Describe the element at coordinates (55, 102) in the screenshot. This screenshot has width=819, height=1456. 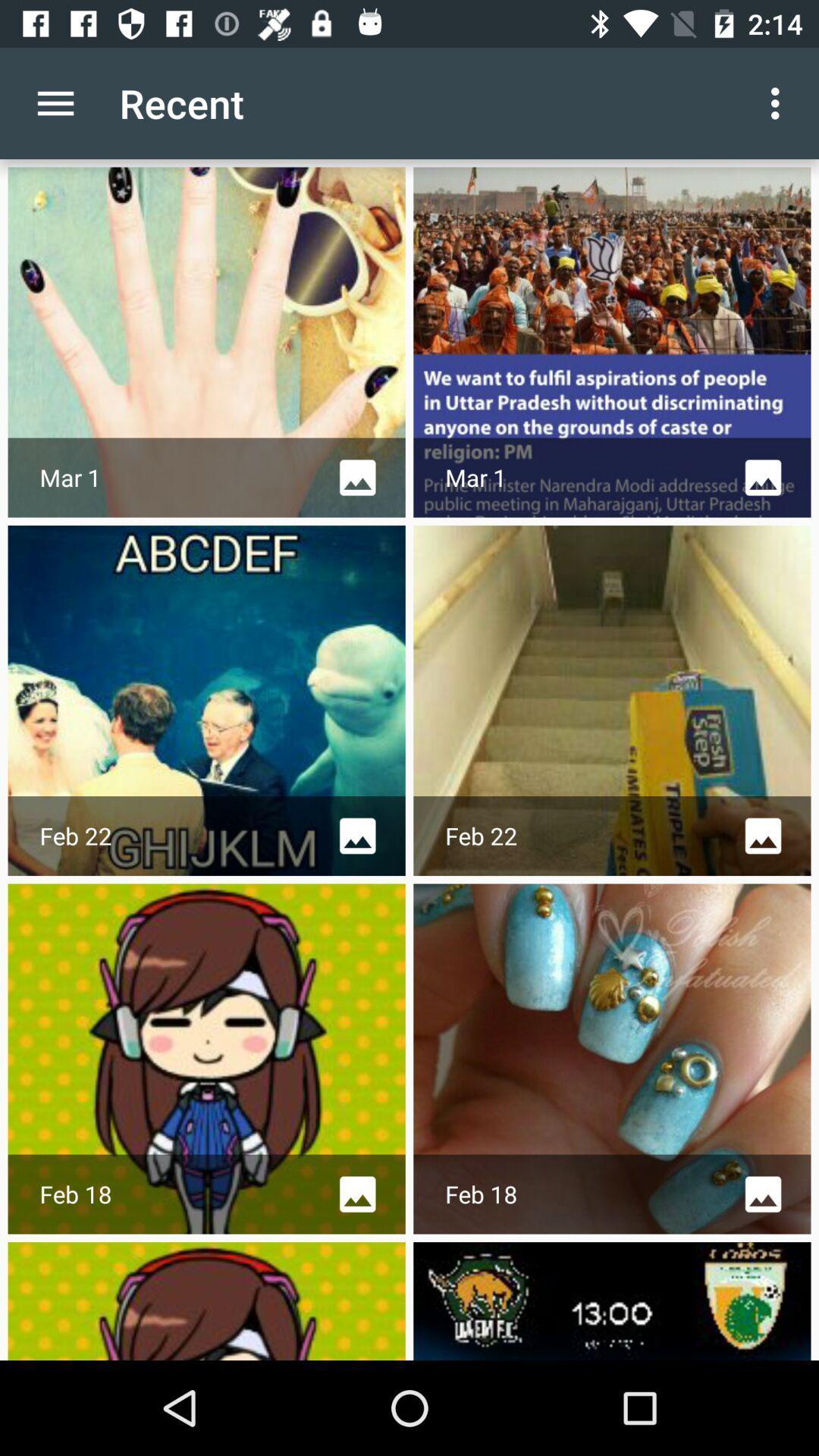
I see `the item to the left of recent` at that location.